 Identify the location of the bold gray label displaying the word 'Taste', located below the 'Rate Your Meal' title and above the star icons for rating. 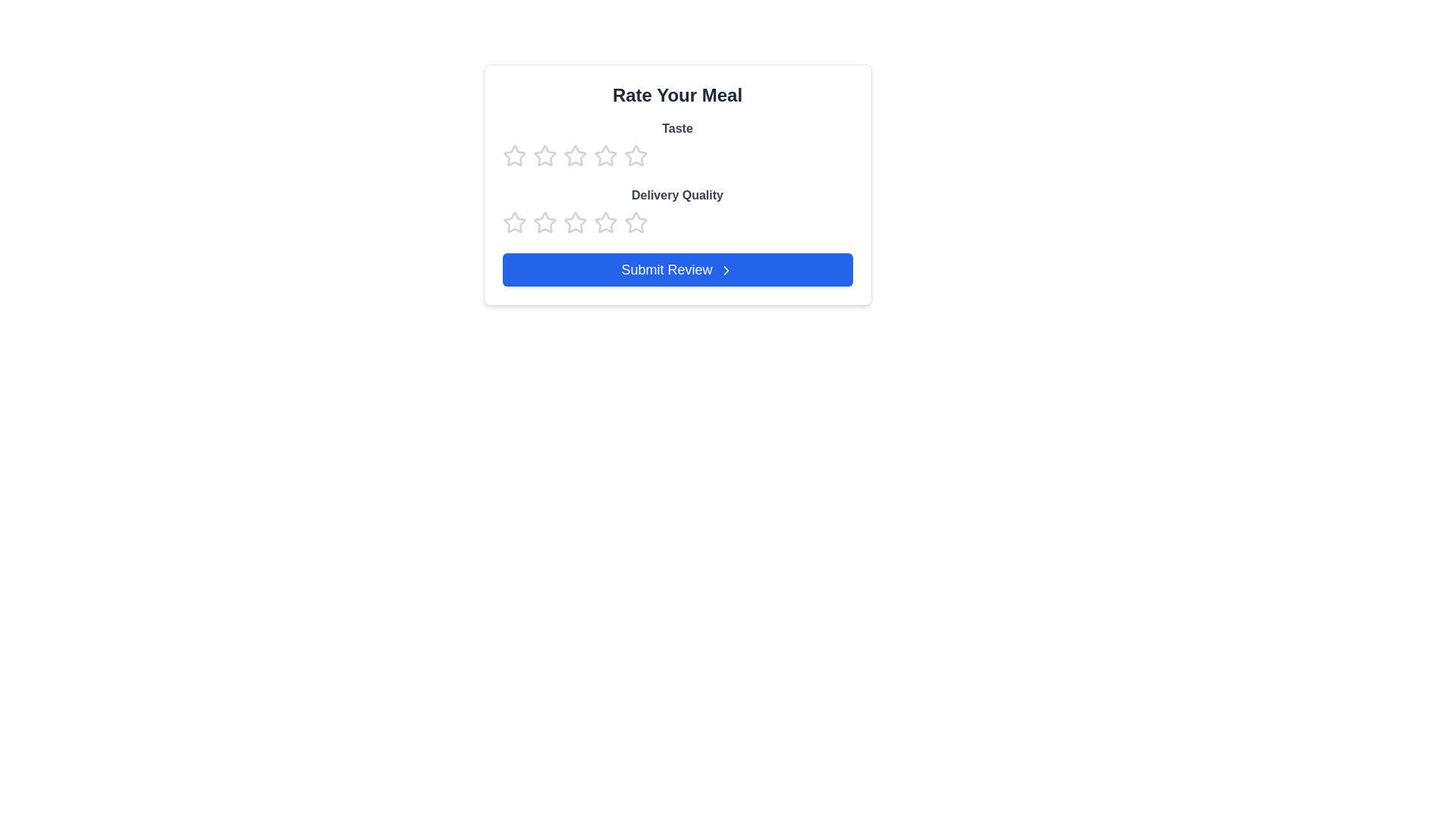
(676, 127).